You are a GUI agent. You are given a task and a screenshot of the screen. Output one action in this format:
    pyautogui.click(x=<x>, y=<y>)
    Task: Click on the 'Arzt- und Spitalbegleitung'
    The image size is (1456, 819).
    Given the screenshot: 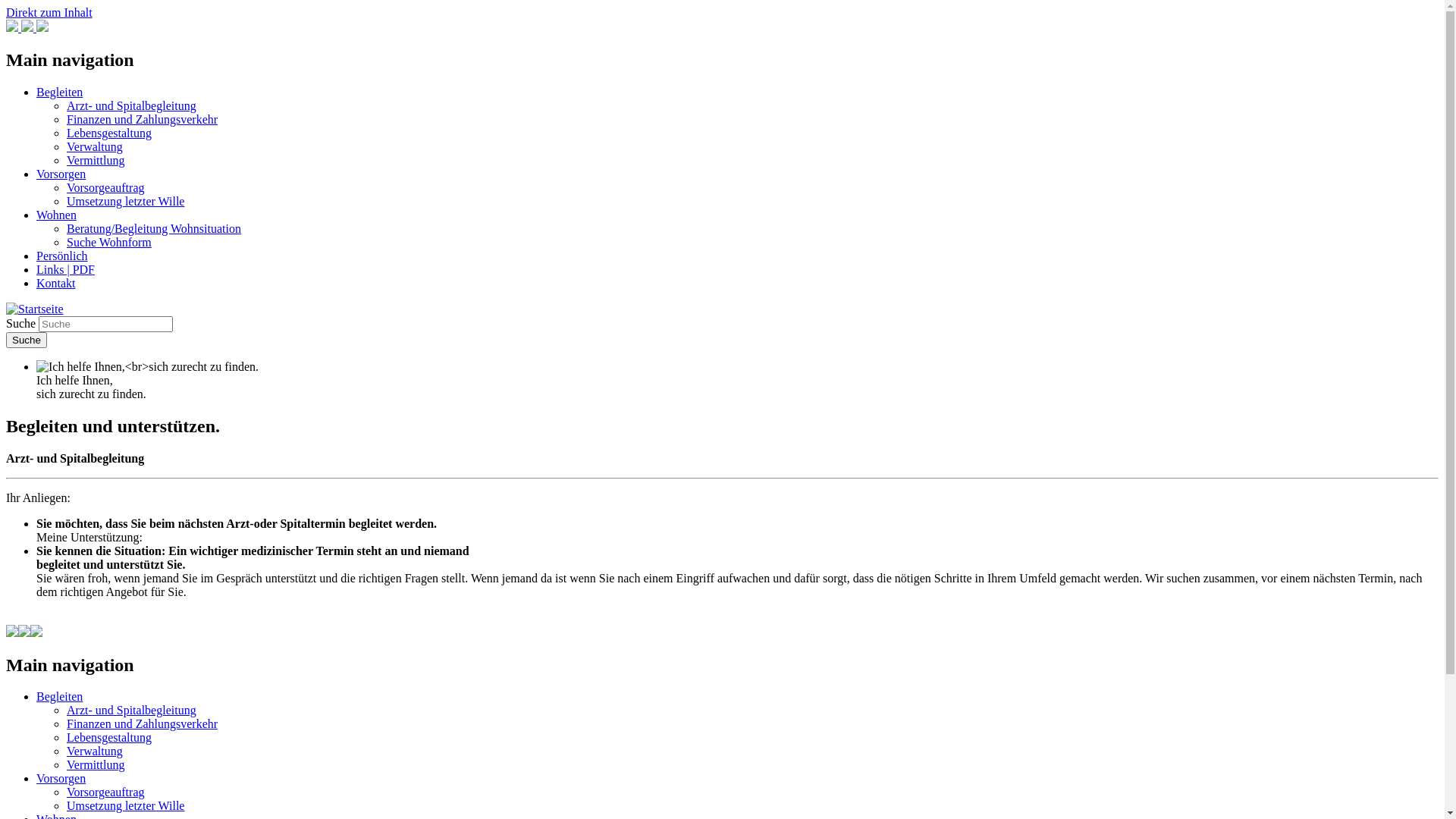 What is the action you would take?
    pyautogui.click(x=131, y=105)
    